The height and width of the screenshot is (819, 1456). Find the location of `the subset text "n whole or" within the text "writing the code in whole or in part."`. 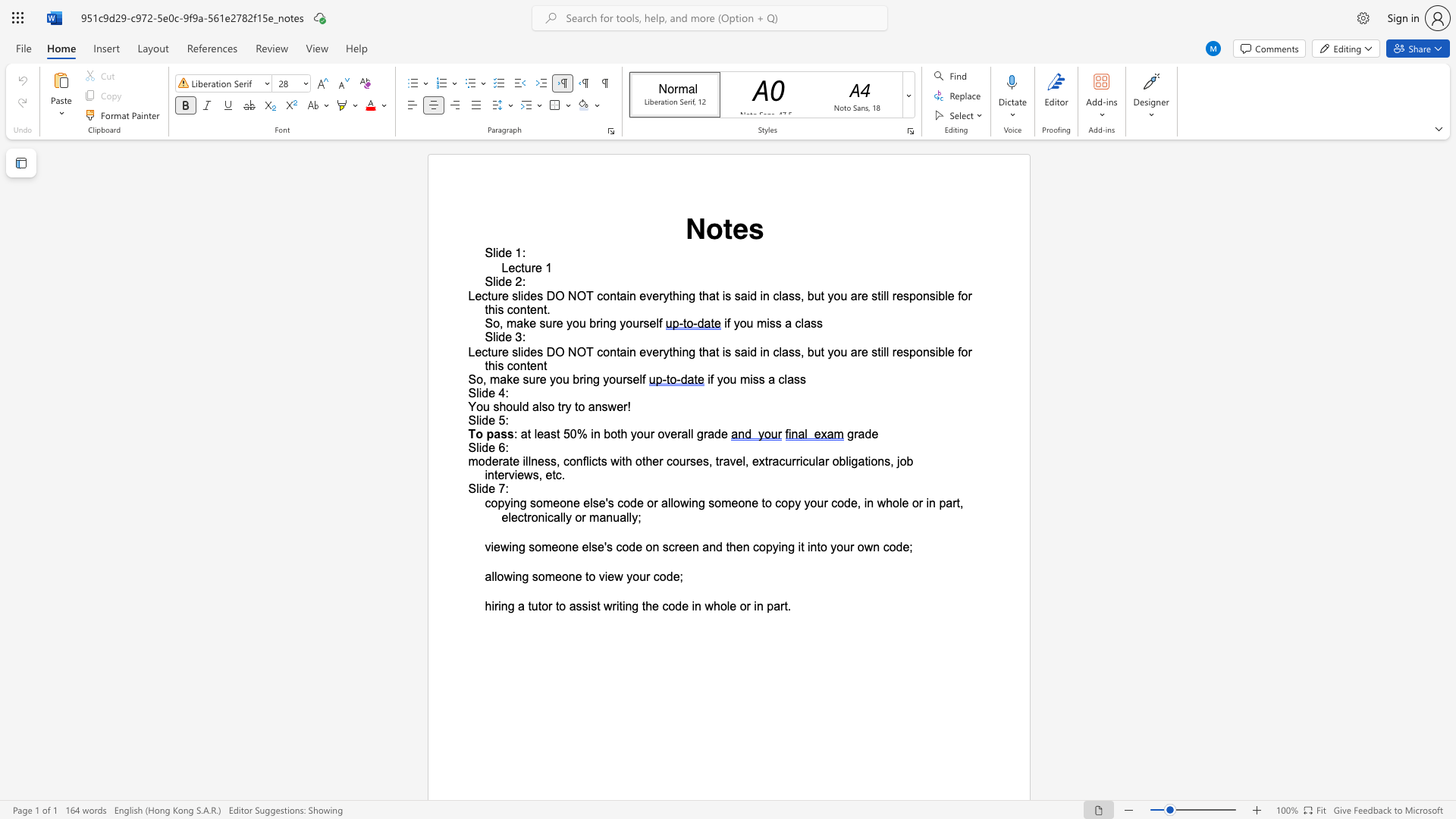

the subset text "n whole or" within the text "writing the code in whole or in part." is located at coordinates (694, 605).